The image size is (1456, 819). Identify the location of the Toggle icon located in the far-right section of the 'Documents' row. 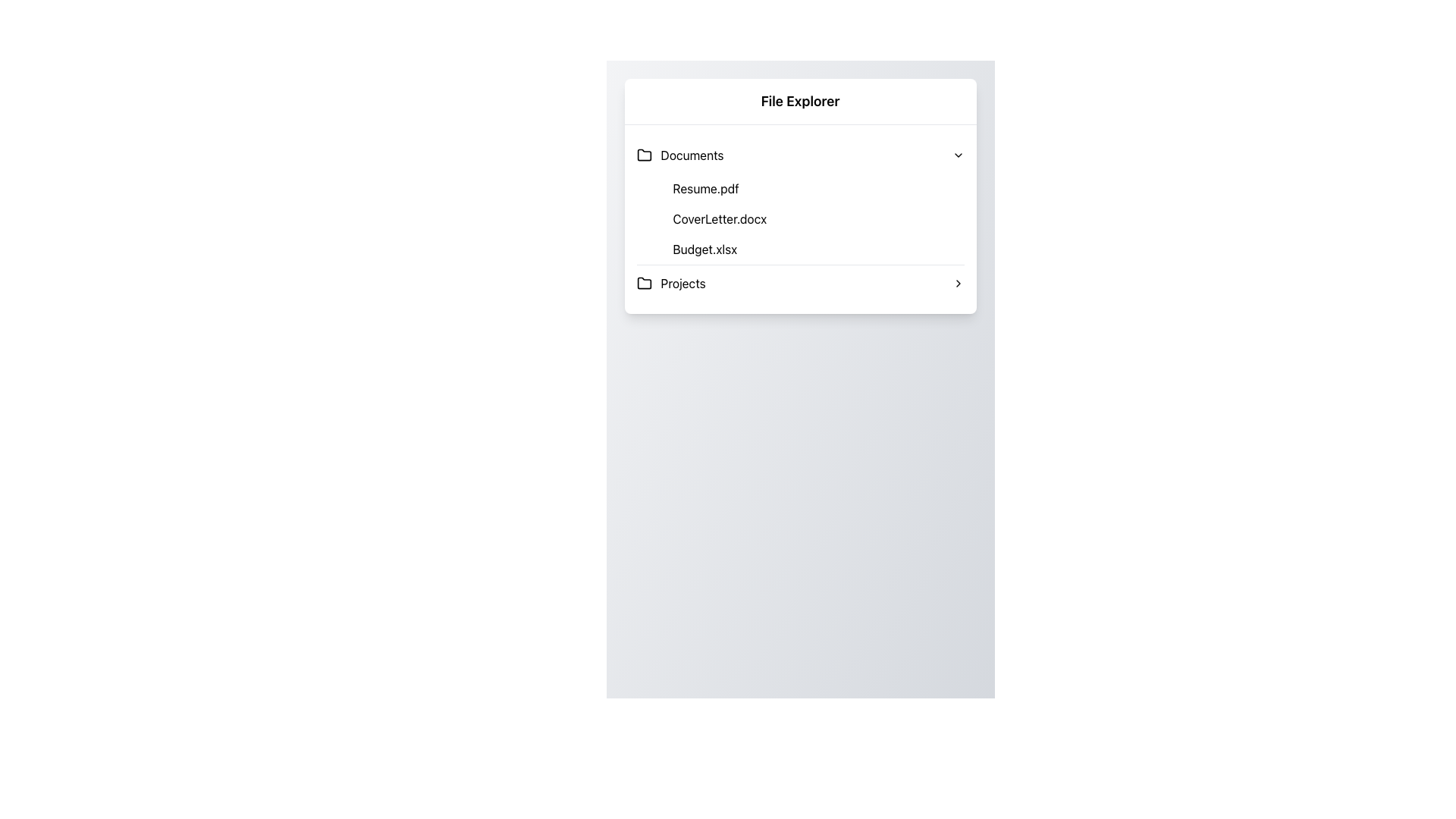
(957, 155).